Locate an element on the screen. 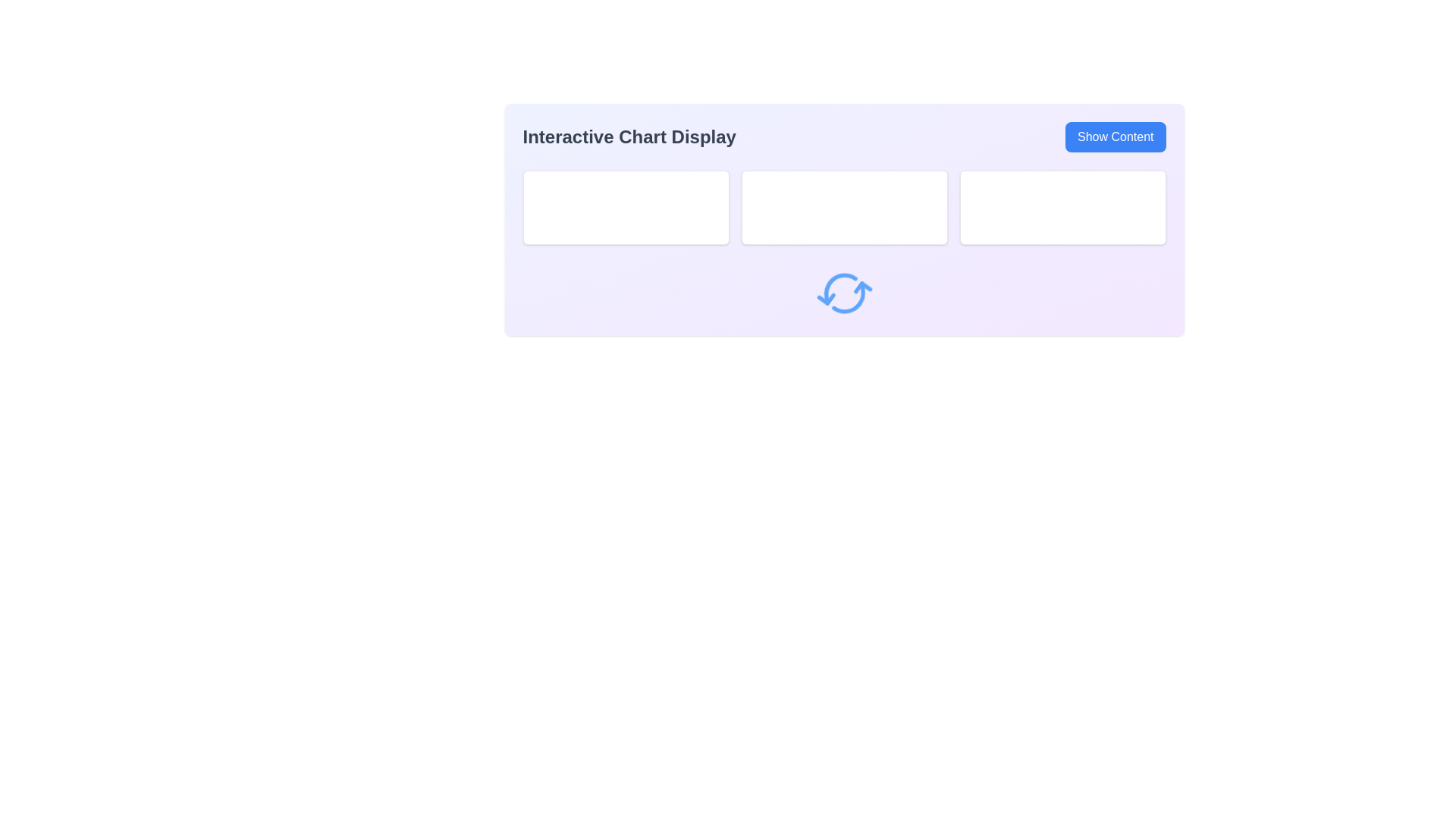  the button located at the top-right corner of the 'Interactive Chart Display' section is located at coordinates (1116, 137).